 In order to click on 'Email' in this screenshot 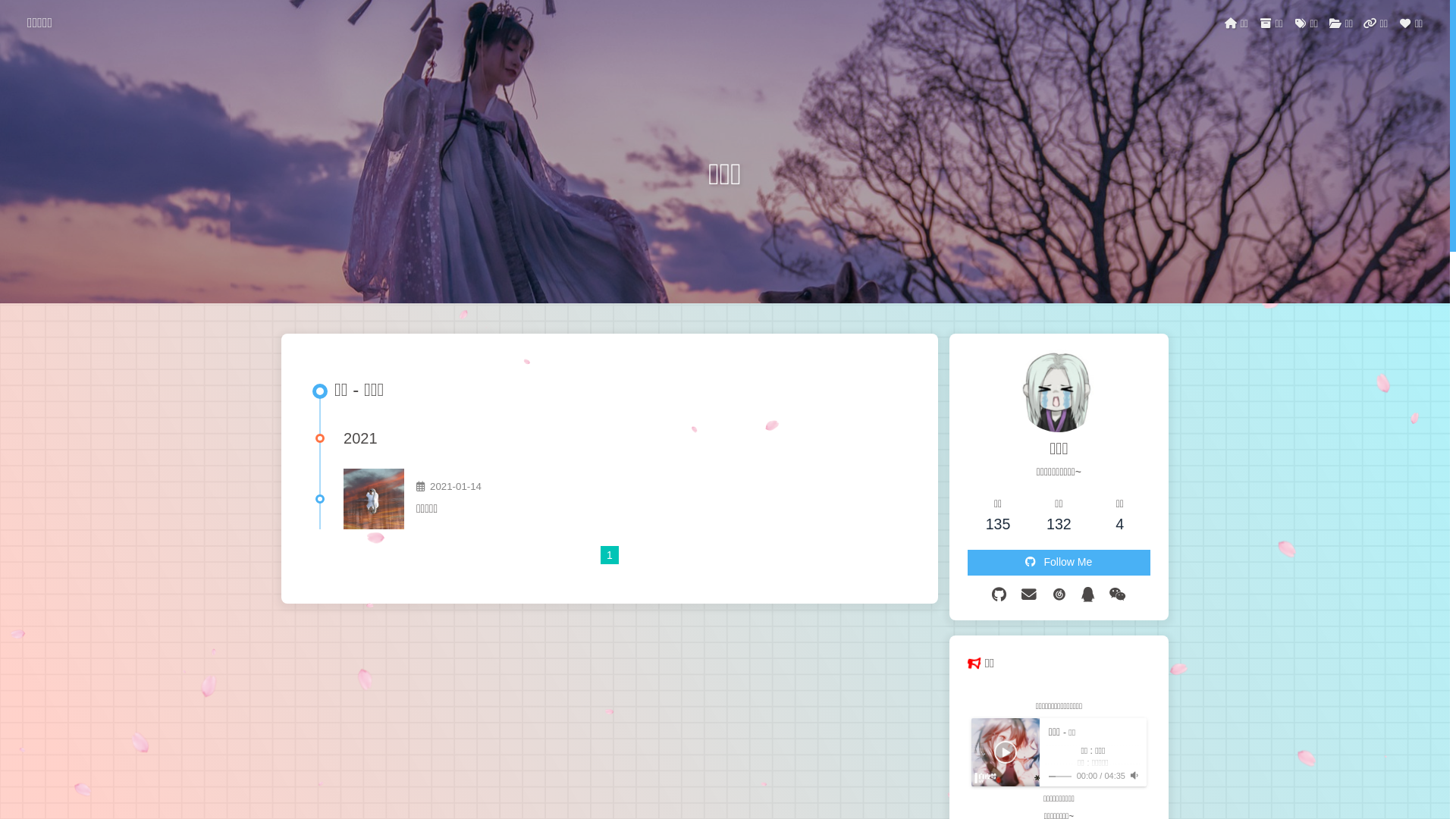, I will do `click(1029, 593)`.